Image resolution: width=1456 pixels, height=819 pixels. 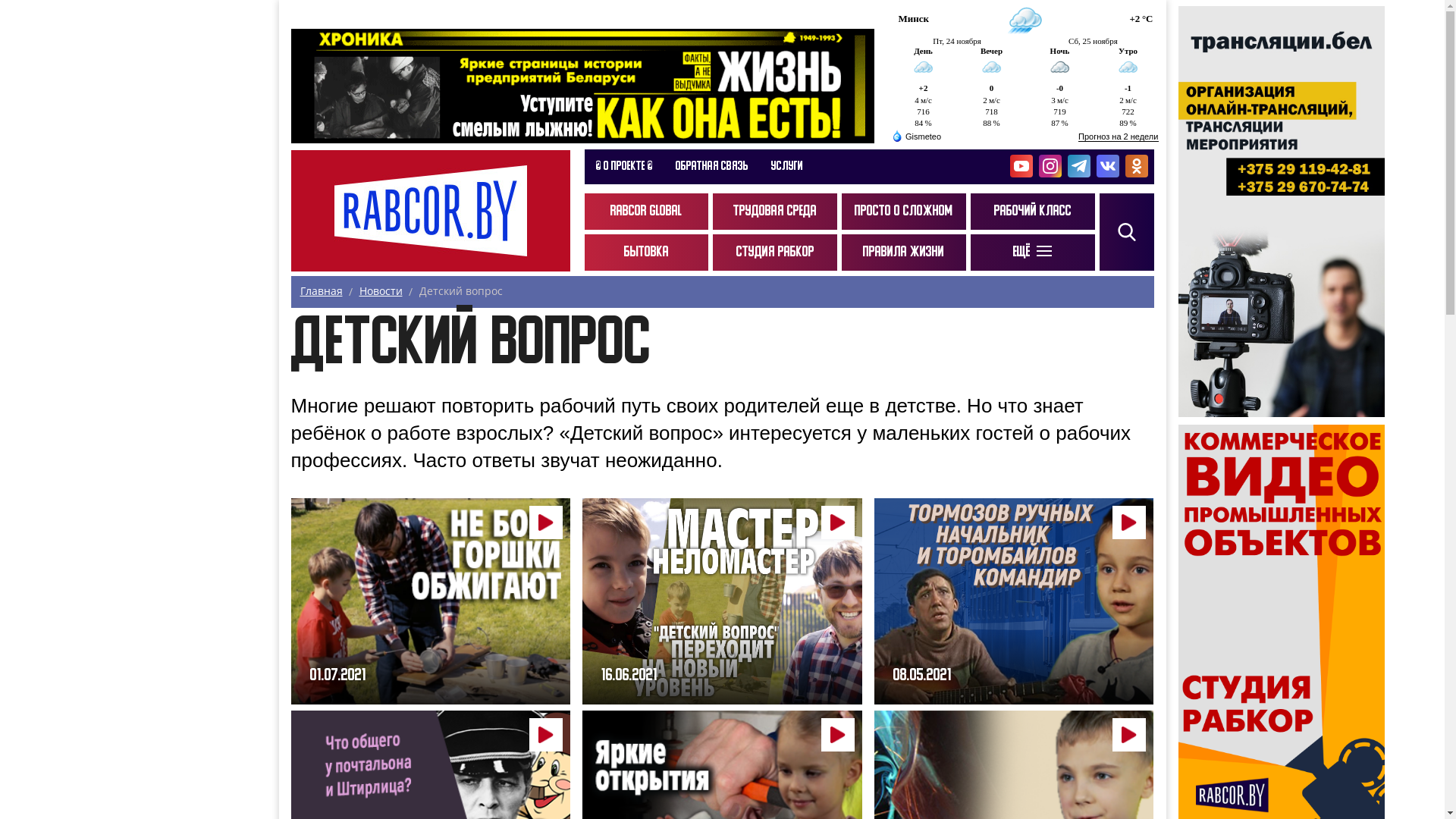 What do you see at coordinates (430, 601) in the screenshot?
I see `'01.07.2021'` at bounding box center [430, 601].